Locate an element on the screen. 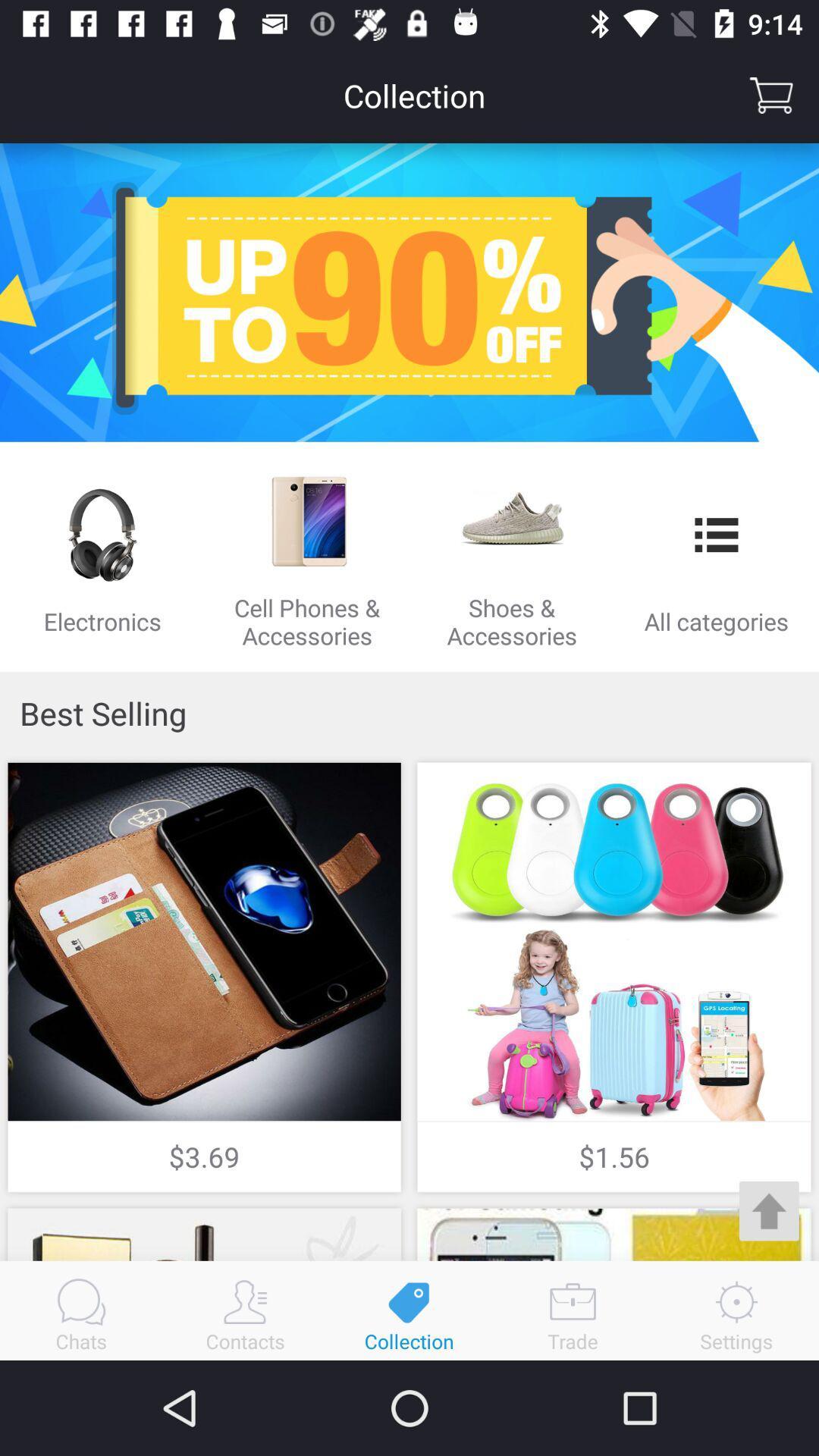 This screenshot has height=1456, width=819. the arrow_upward icon is located at coordinates (769, 1210).